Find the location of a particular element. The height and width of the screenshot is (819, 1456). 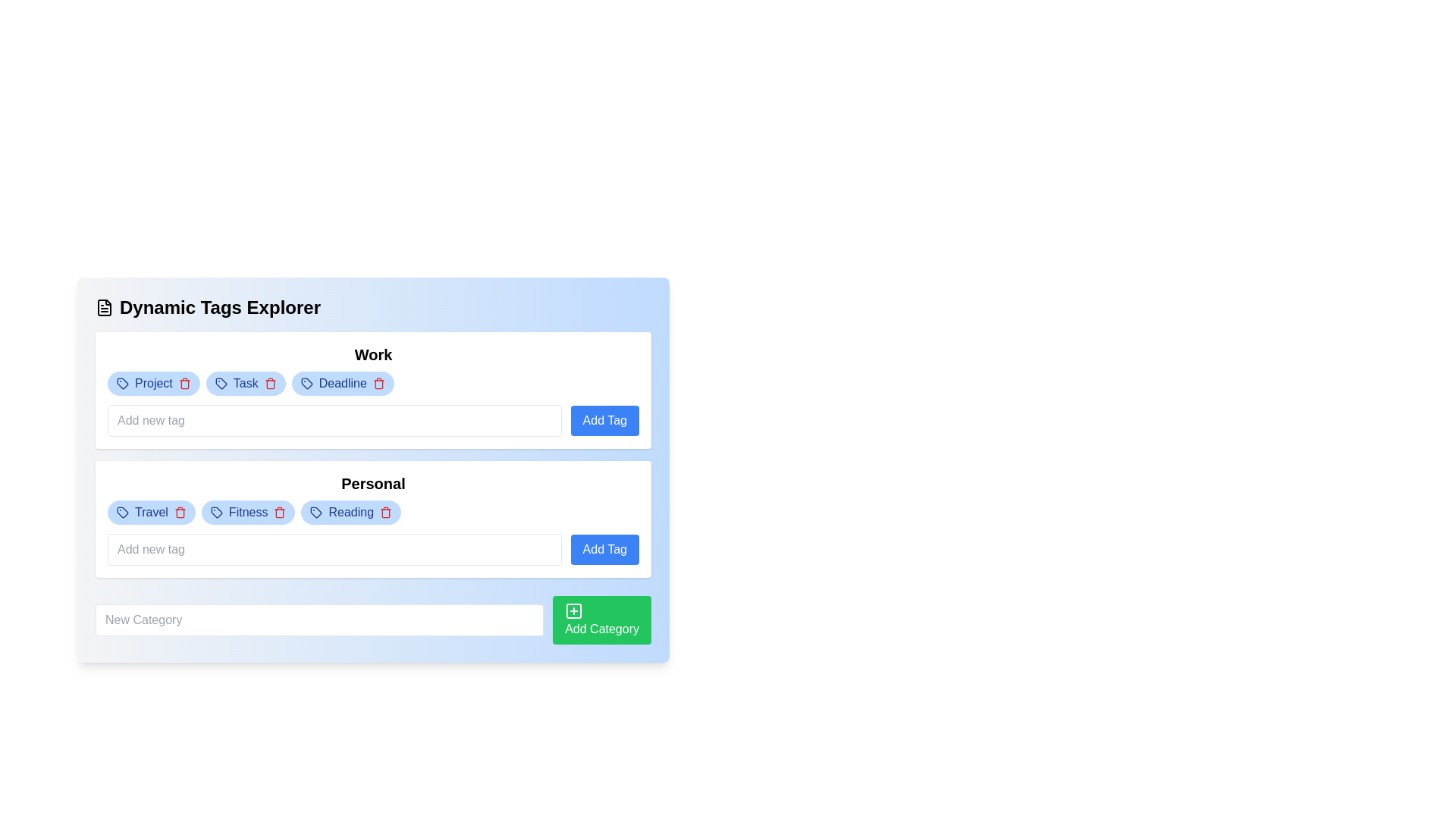

the small dark blue tag icon with a circular hole, which is the first icon inside the 'Deadline' button in the 'Work' category is located at coordinates (306, 382).